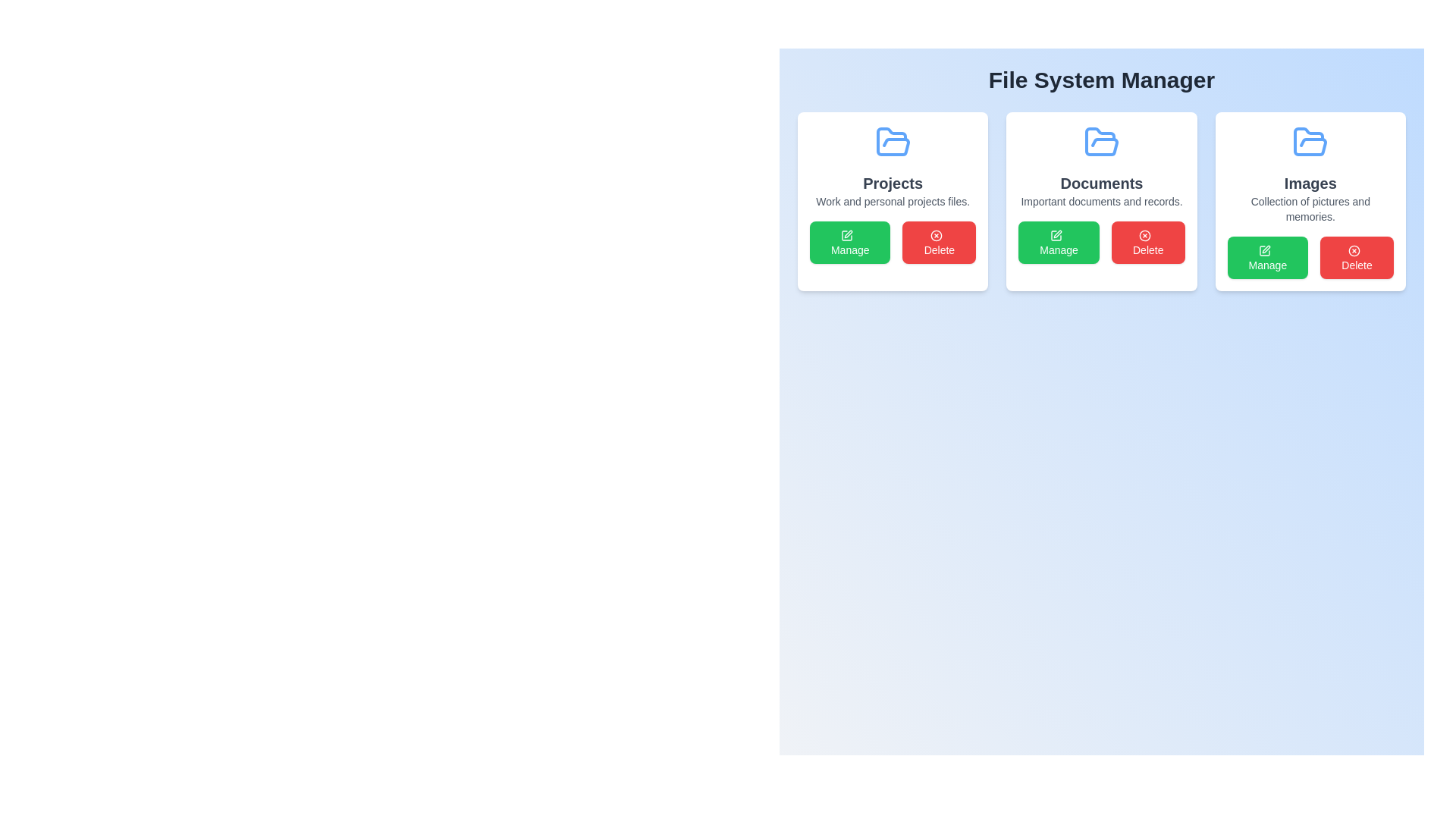 Image resolution: width=1456 pixels, height=819 pixels. Describe the element at coordinates (1148, 242) in the screenshot. I see `the second button in the 'Documents' card` at that location.